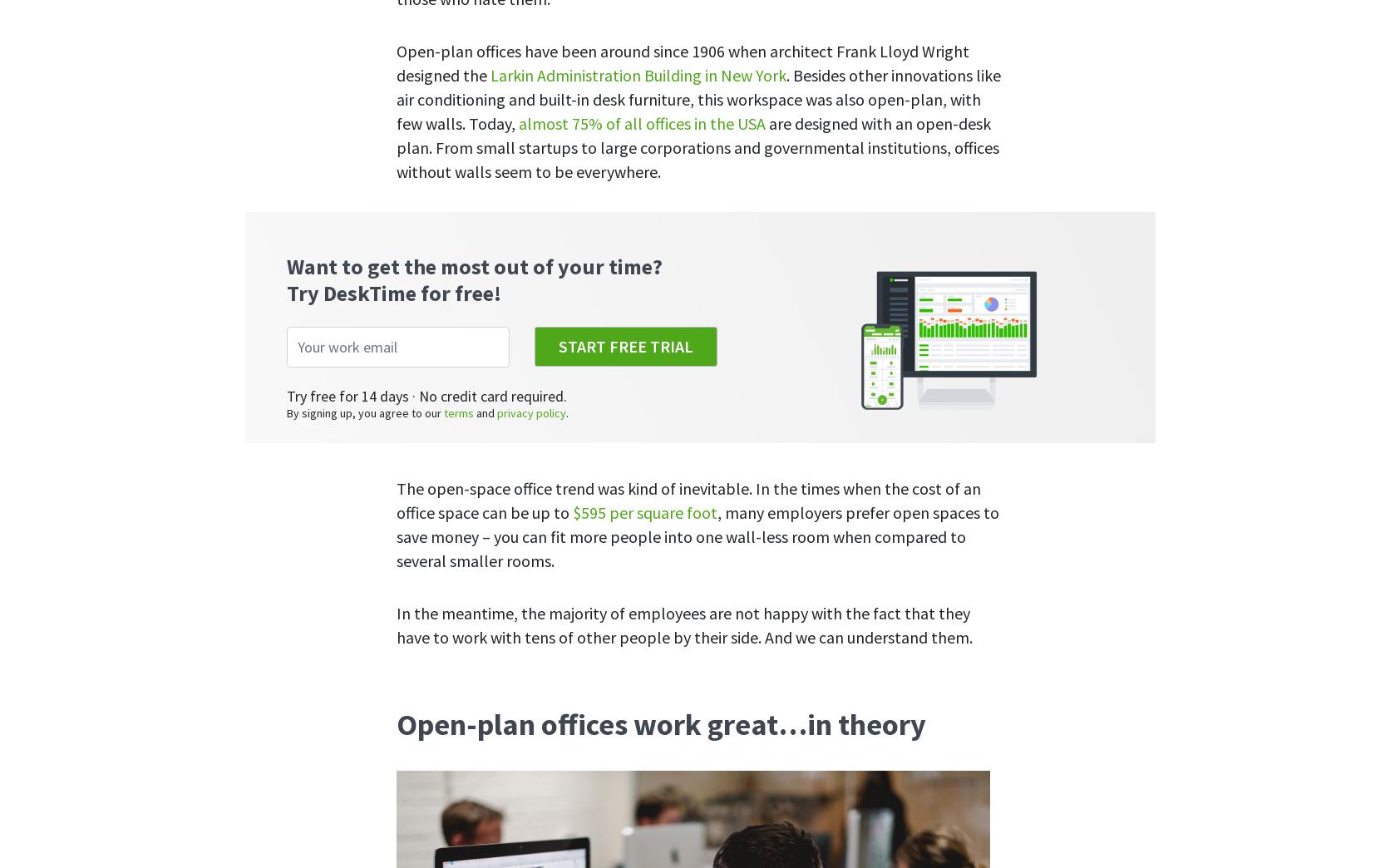  Describe the element at coordinates (806, 592) in the screenshot. I see `'Feature requests'` at that location.